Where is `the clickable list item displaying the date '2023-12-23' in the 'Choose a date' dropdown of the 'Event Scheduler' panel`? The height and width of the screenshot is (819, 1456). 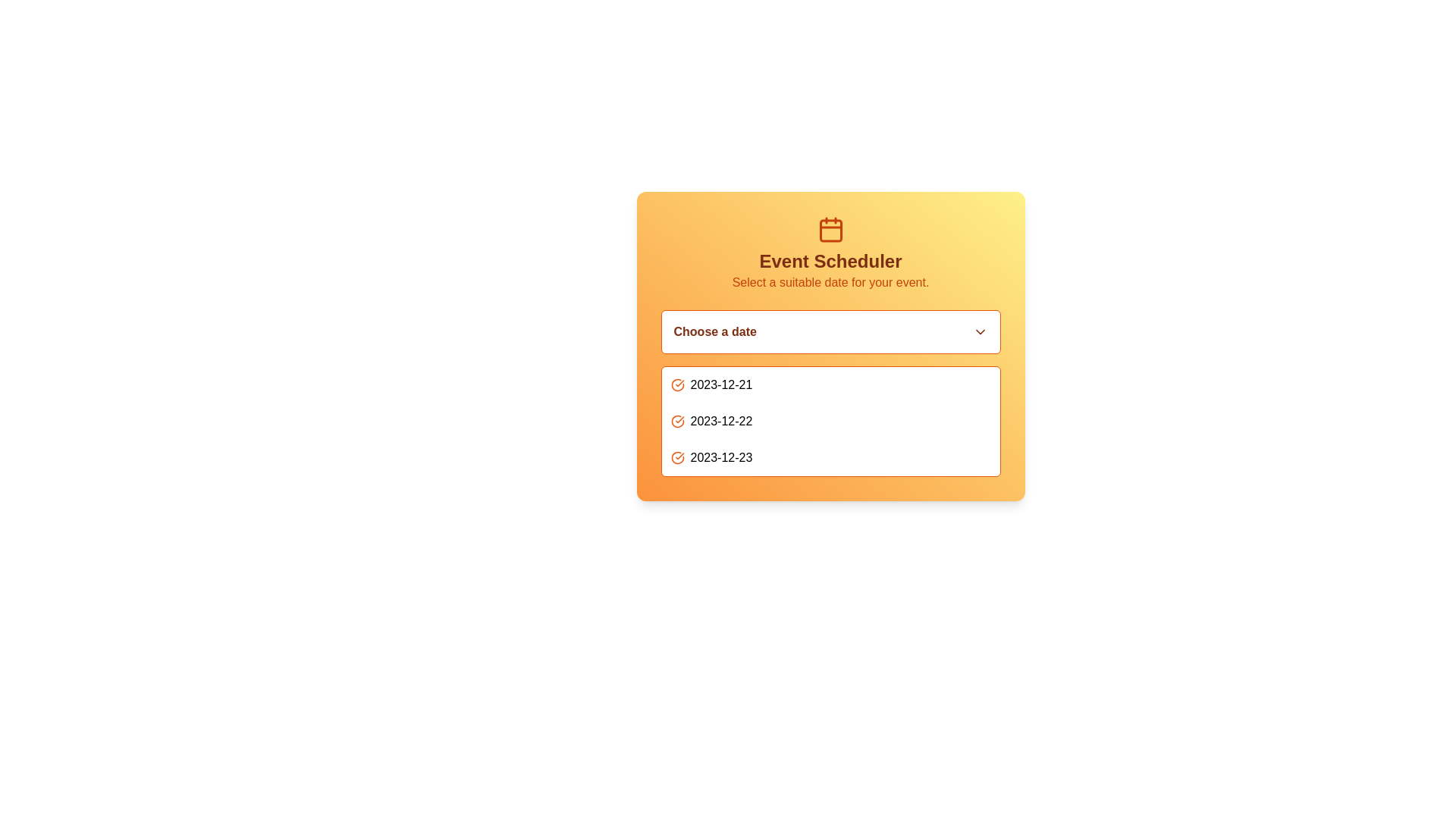
the clickable list item displaying the date '2023-12-23' in the 'Choose a date' dropdown of the 'Event Scheduler' panel is located at coordinates (830, 457).